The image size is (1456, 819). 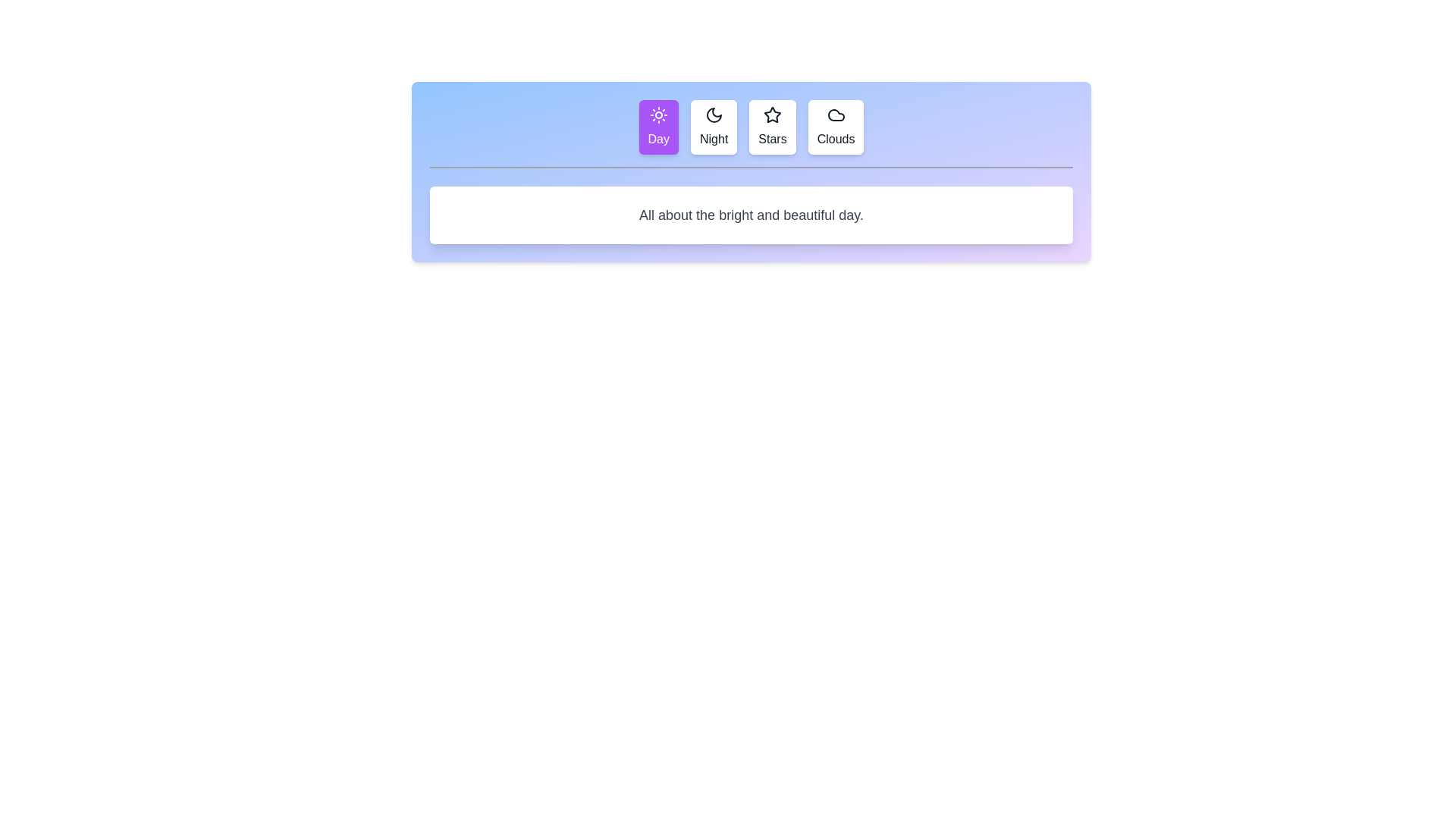 I want to click on the tab labeled Night, so click(x=713, y=127).